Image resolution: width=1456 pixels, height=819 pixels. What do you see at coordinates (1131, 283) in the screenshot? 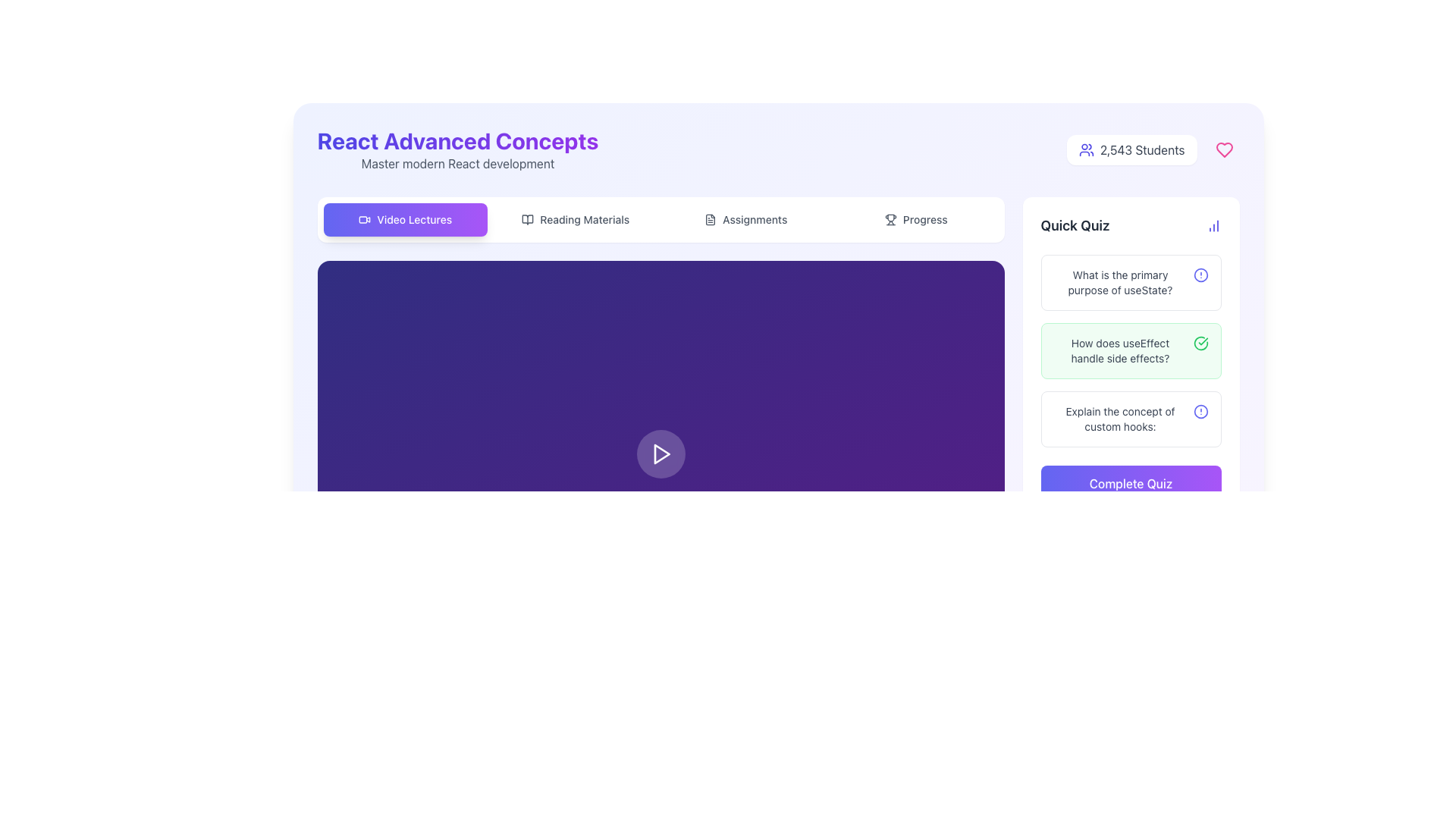
I see `the interactive quiz card containing the question 'What is the primary purpose of useState?' in the right sidebar under the 'Quick Quiz' section` at bounding box center [1131, 283].